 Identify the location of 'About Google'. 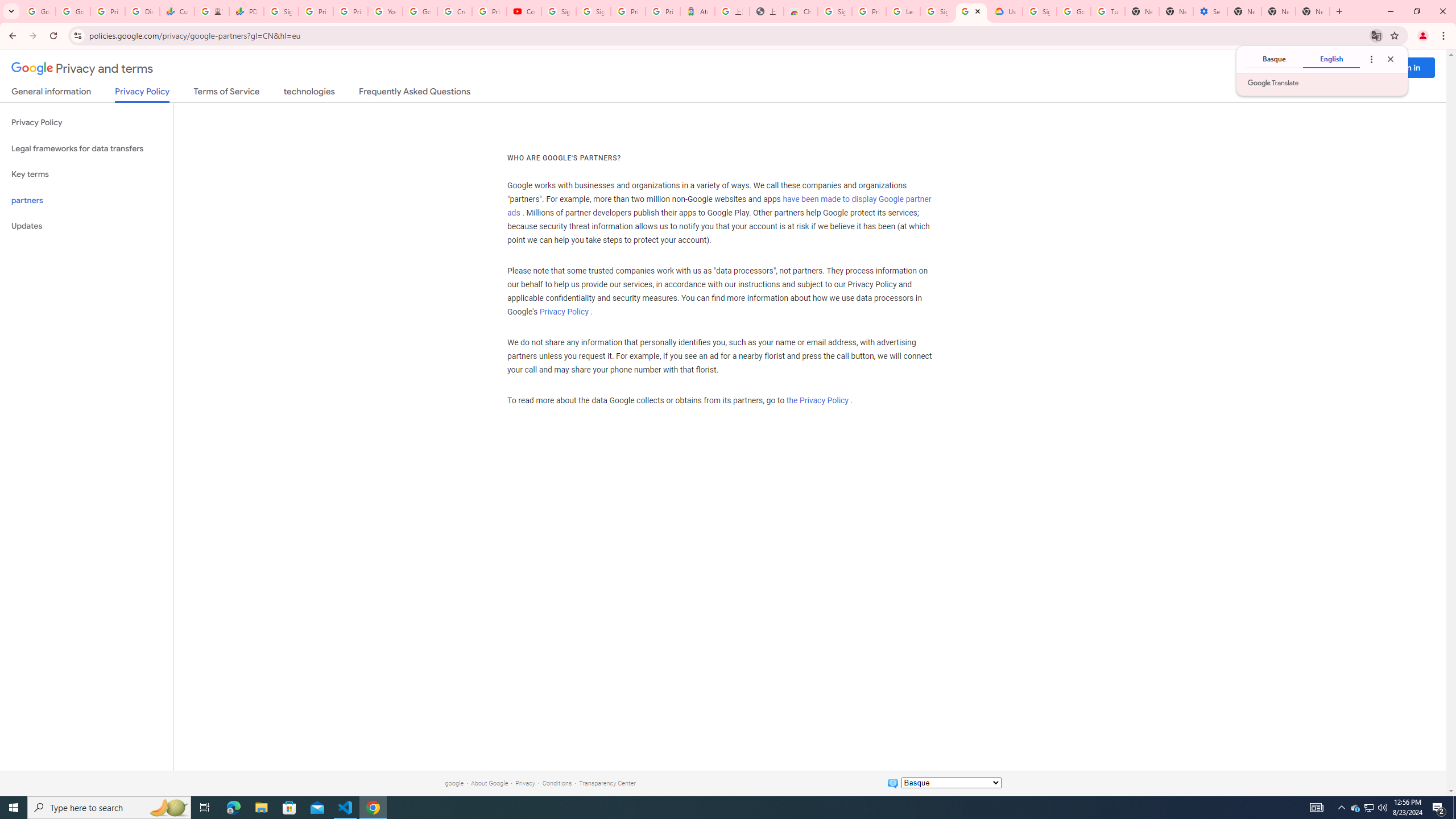
(489, 783).